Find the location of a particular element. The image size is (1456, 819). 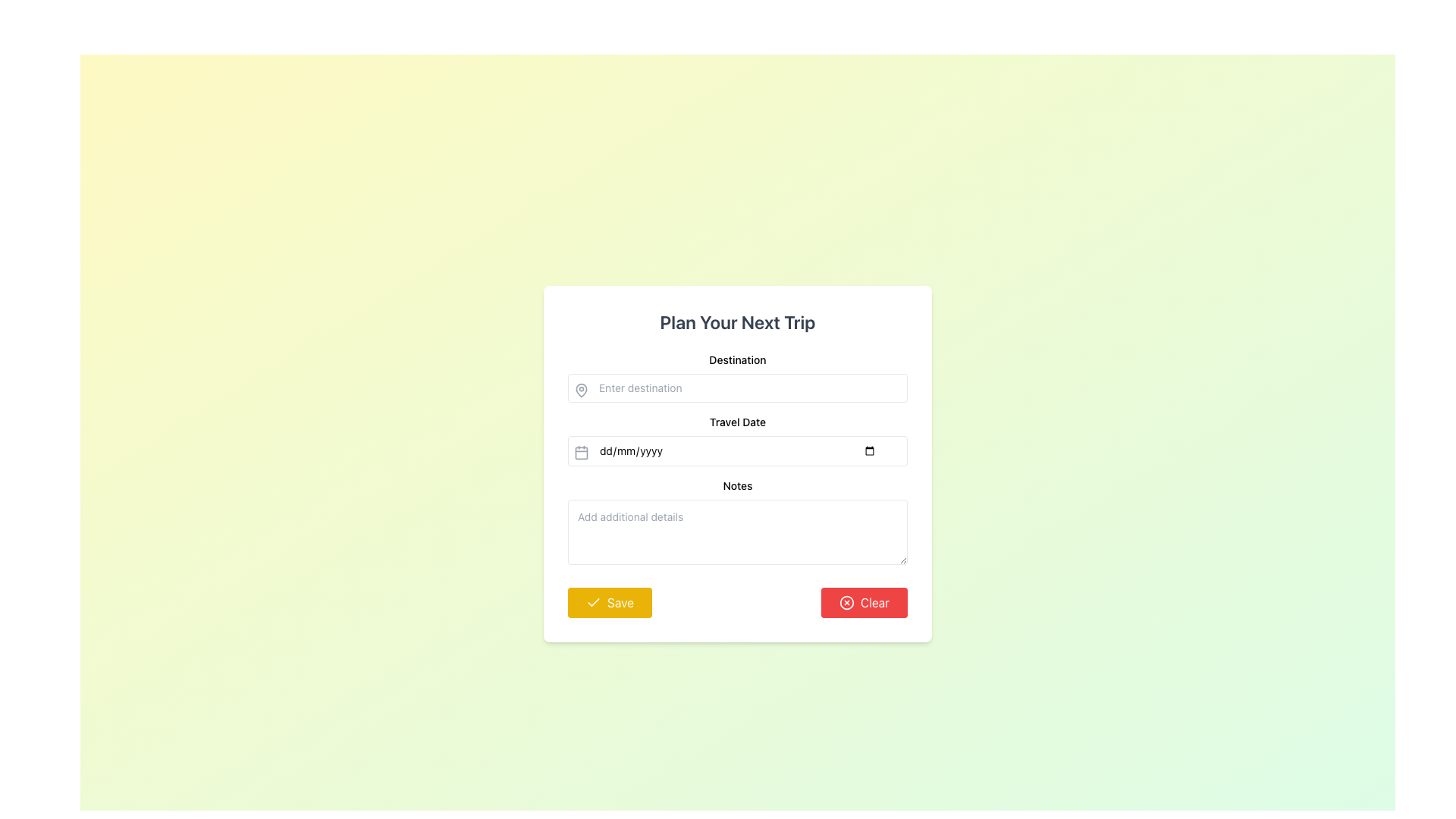

the 'Travel Date' text label, which is styled in a medium weight, small size sans-serif font, and is positioned above a date input field in the form-like structure is located at coordinates (738, 422).